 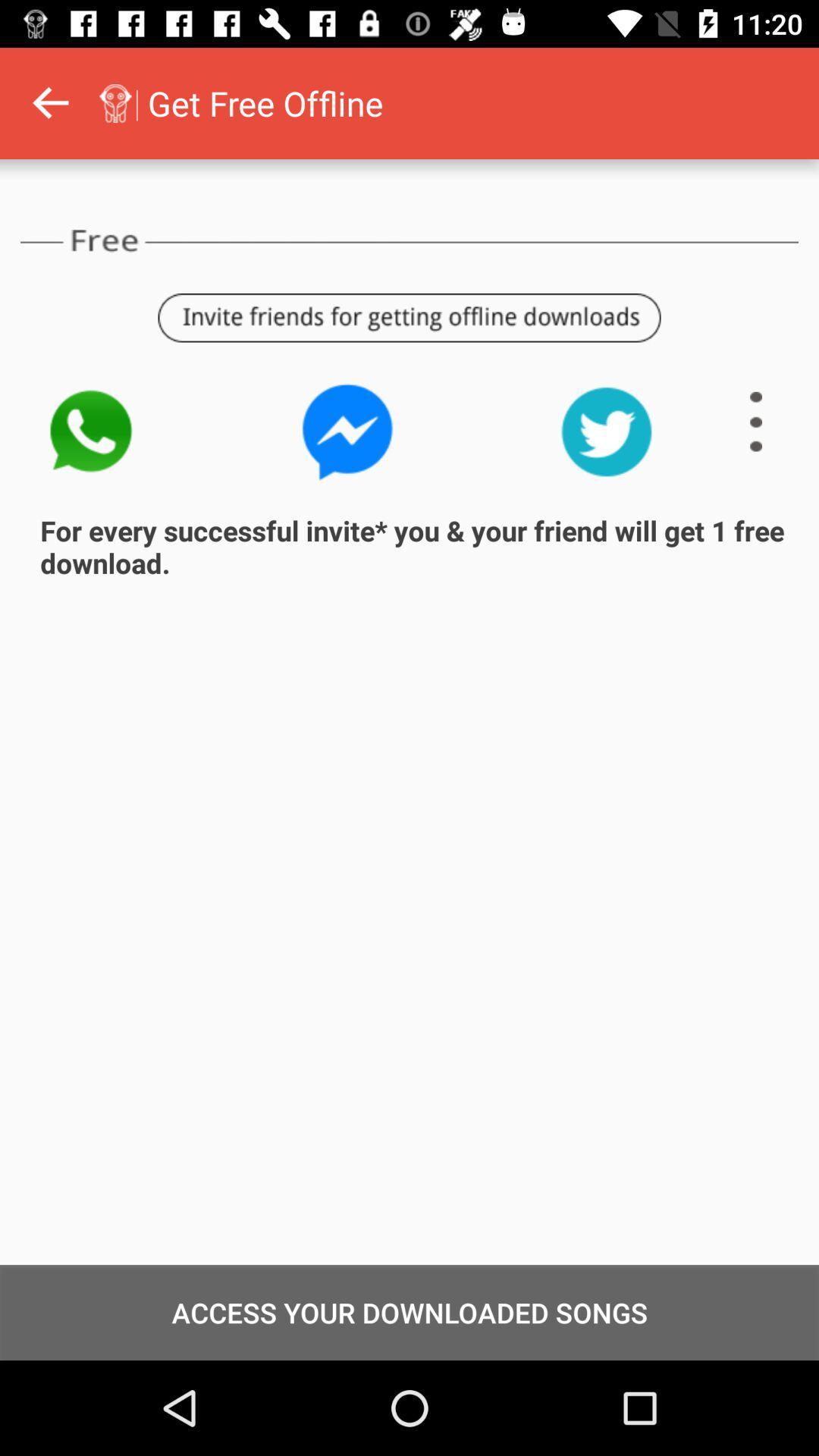 What do you see at coordinates (606, 431) in the screenshot?
I see `item above the for every successful item` at bounding box center [606, 431].